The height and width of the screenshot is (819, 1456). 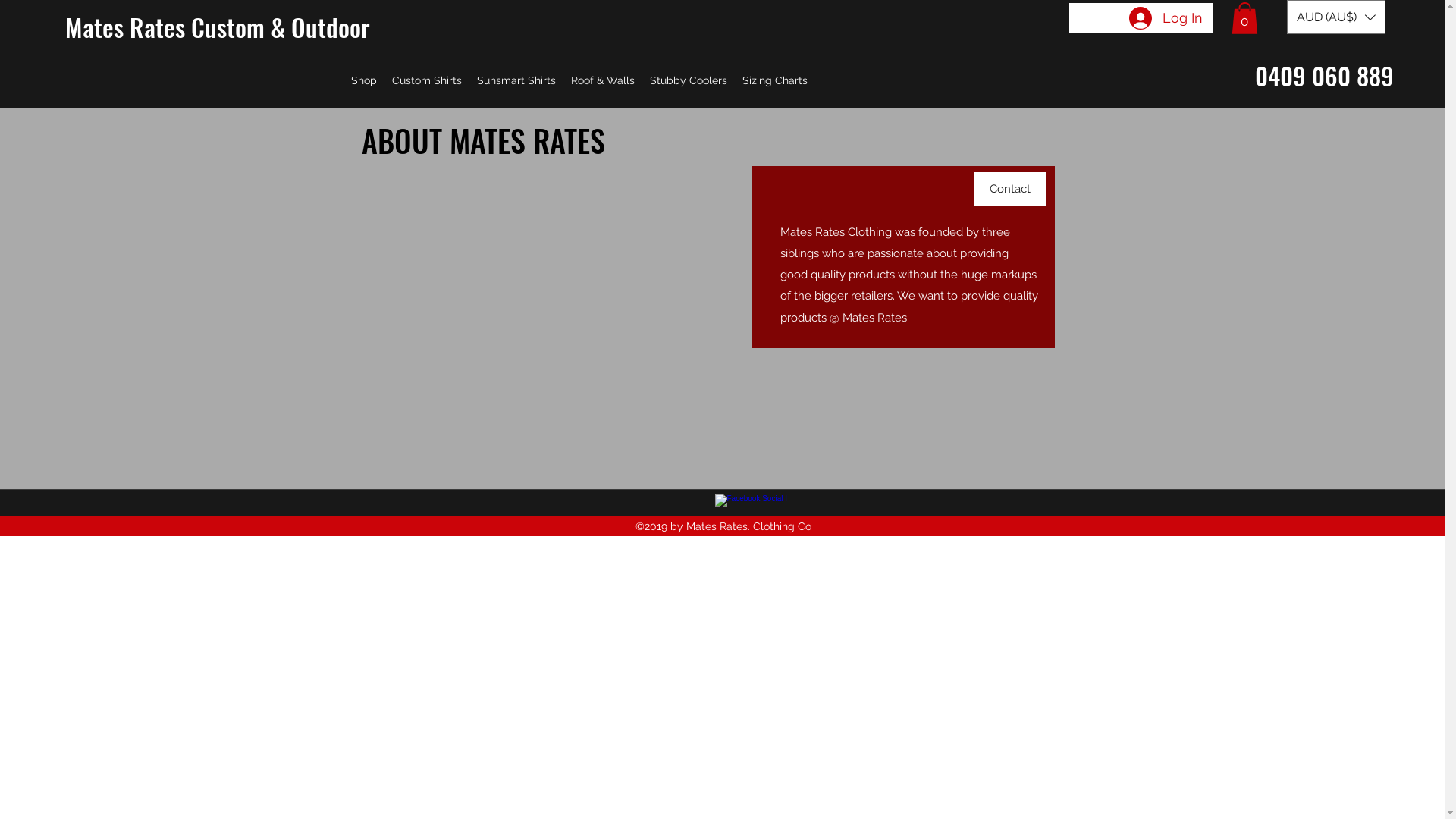 I want to click on 'AUD (AU$)', so click(x=1335, y=17).